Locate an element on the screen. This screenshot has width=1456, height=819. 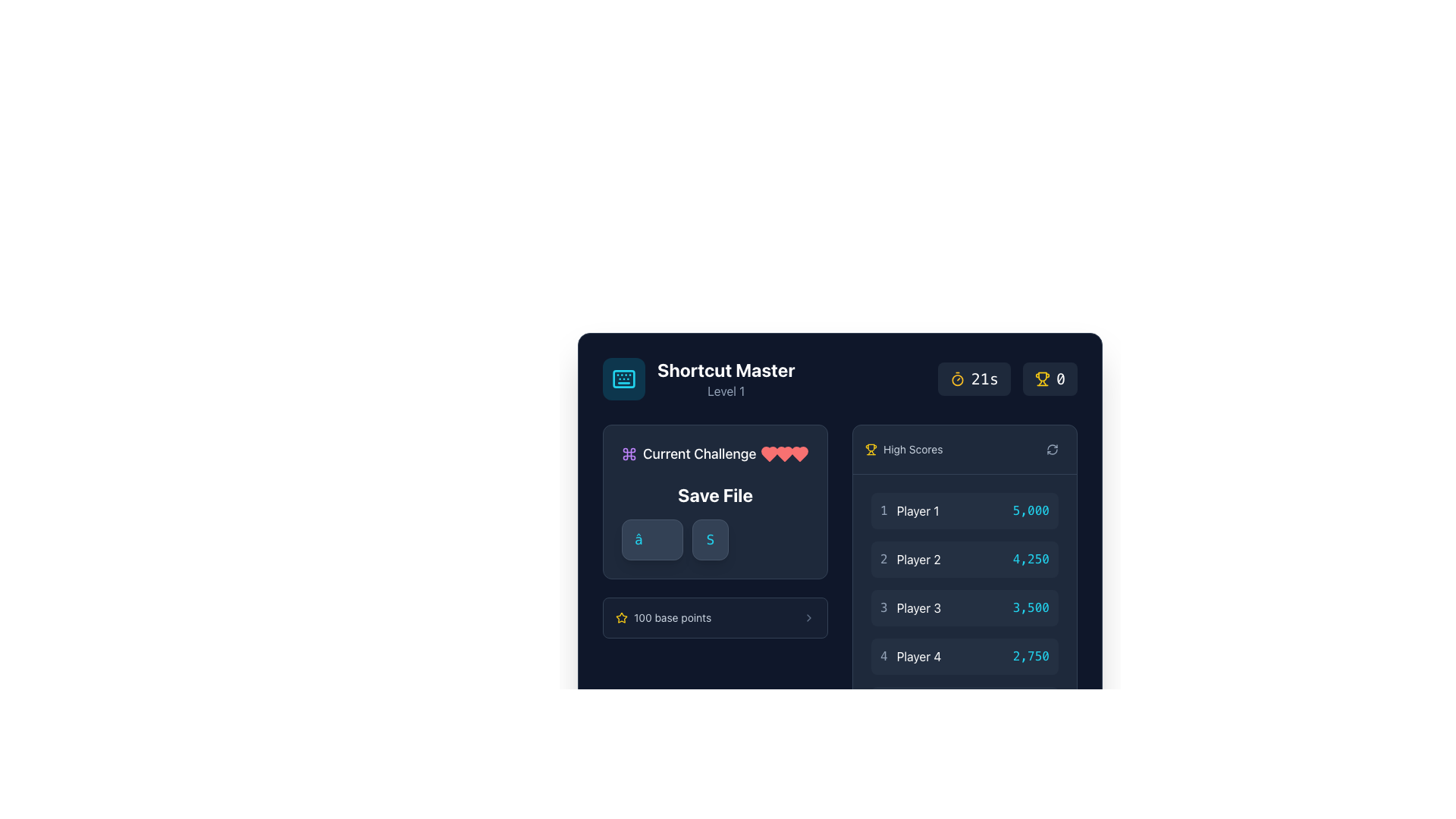
the text display component that shows the information about the player ranked second in the score leaderboard, located in the 'High Scores' section is located at coordinates (910, 559).